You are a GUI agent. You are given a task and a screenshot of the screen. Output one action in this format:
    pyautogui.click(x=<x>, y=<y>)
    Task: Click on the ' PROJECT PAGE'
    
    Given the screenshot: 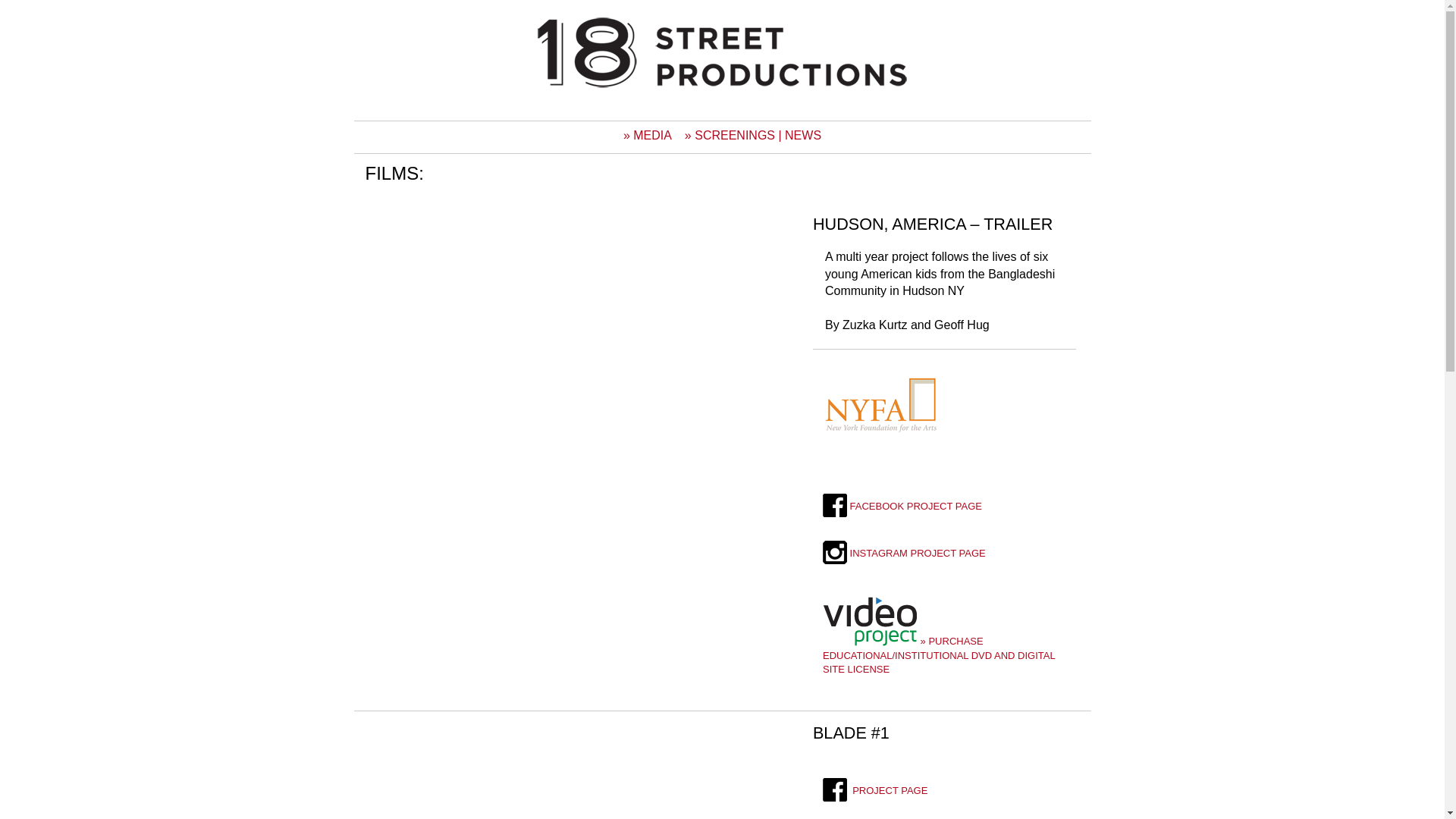 What is the action you would take?
    pyautogui.click(x=821, y=789)
    